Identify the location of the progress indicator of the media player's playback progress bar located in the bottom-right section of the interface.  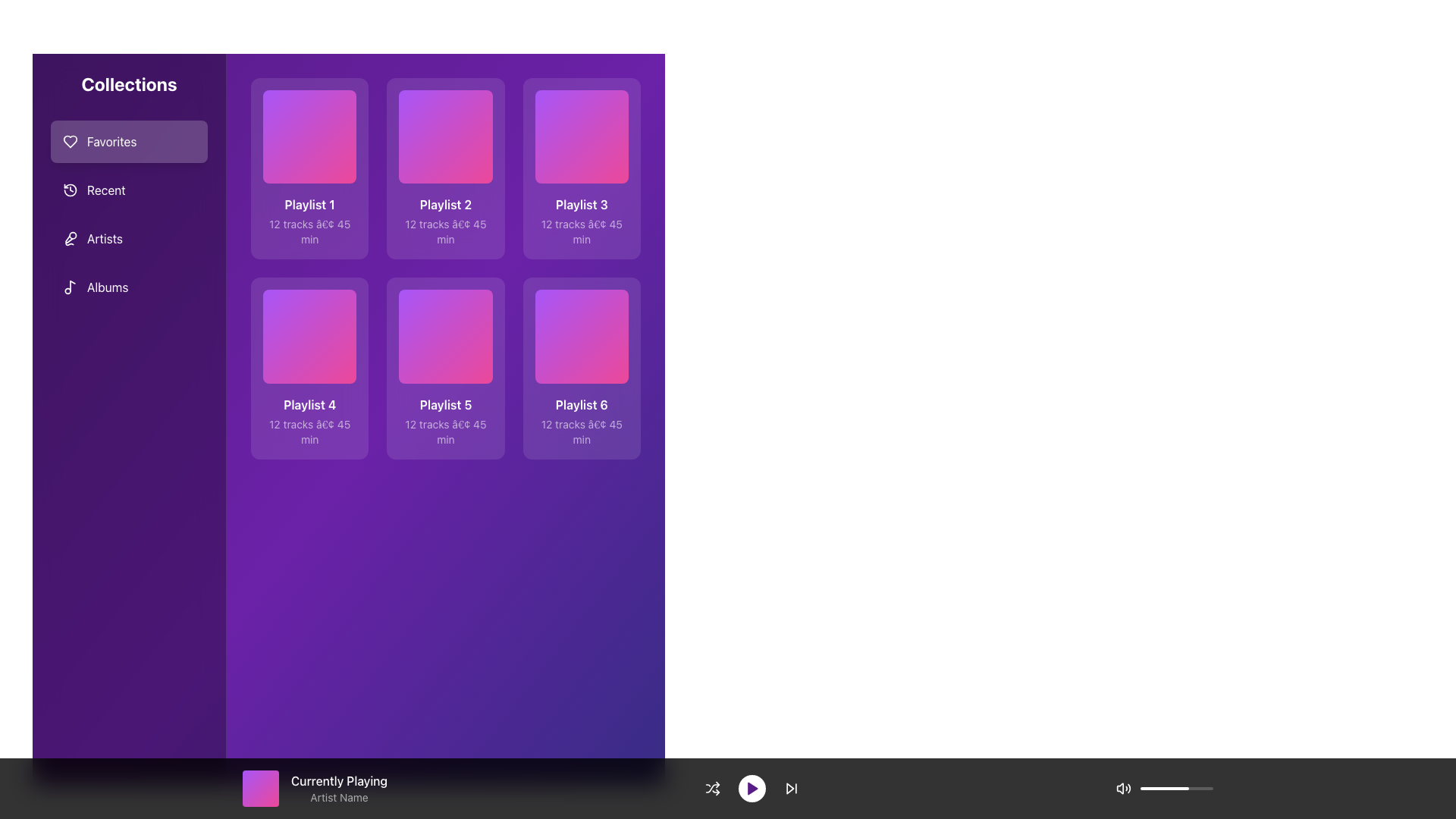
(1175, 788).